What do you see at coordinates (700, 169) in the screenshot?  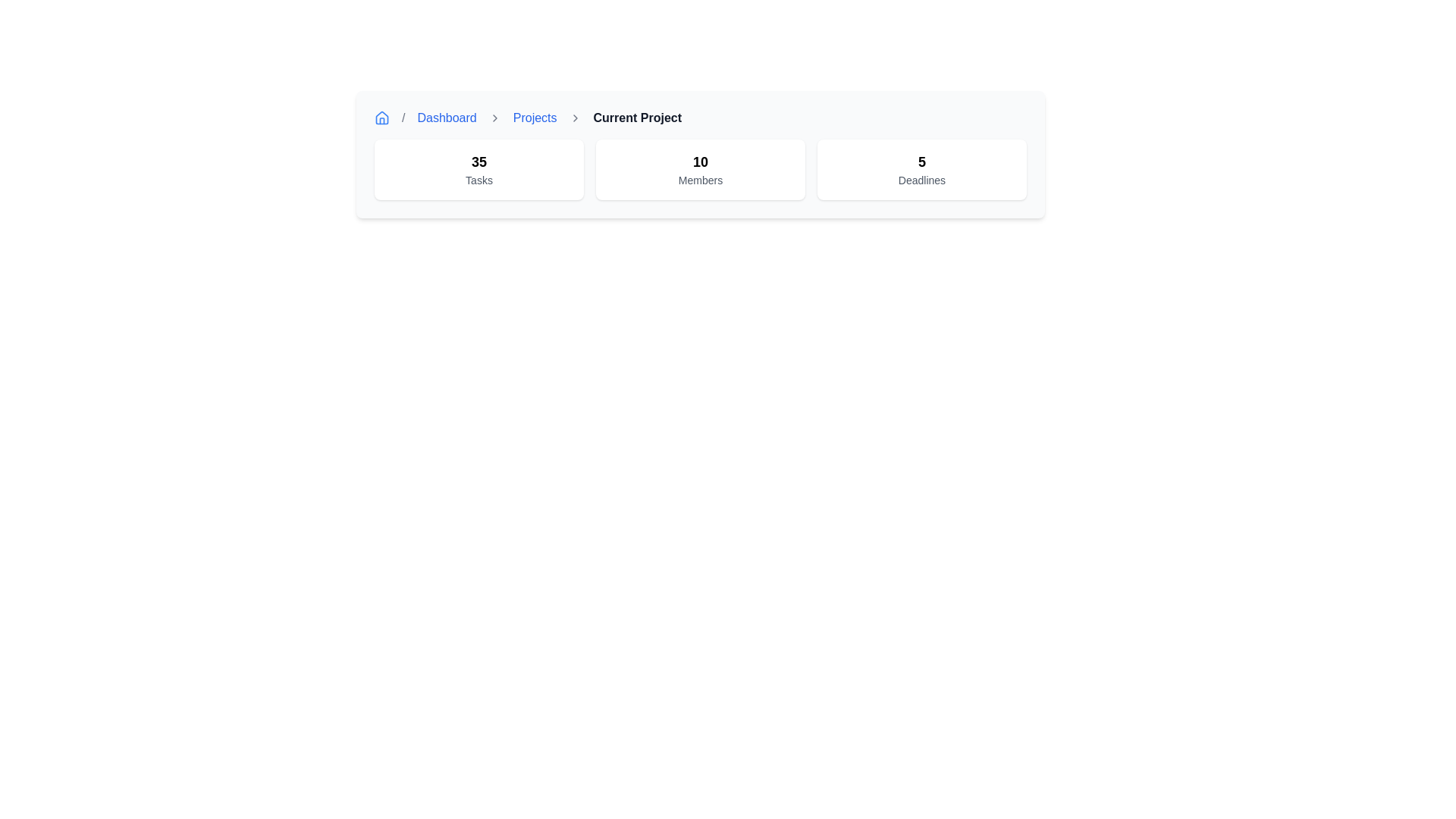 I see `displayed information from the informational card showing '10 Members' with a white background and rounded corners, located in the center column of the grid layout` at bounding box center [700, 169].